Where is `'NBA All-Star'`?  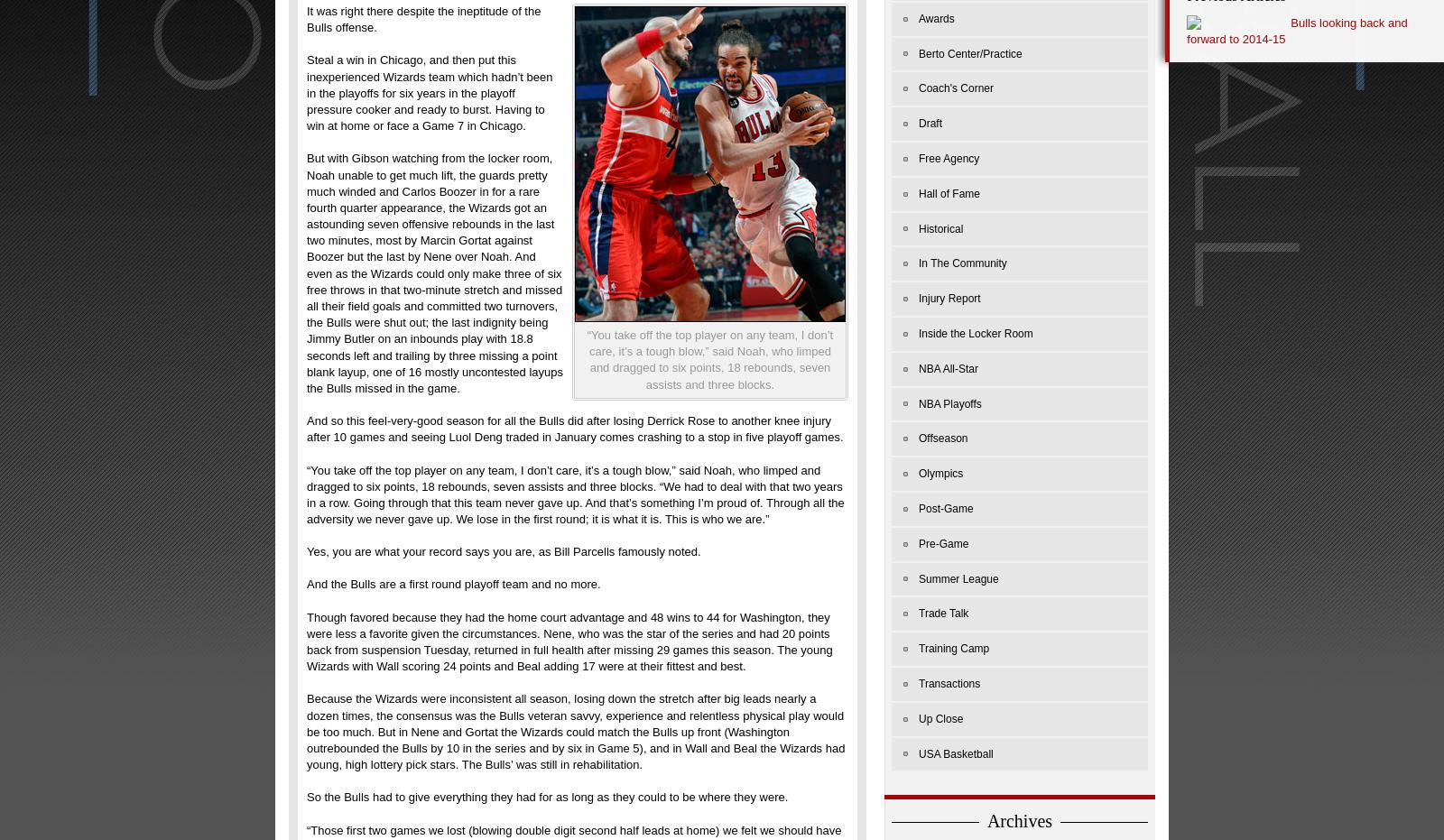 'NBA All-Star' is located at coordinates (949, 366).